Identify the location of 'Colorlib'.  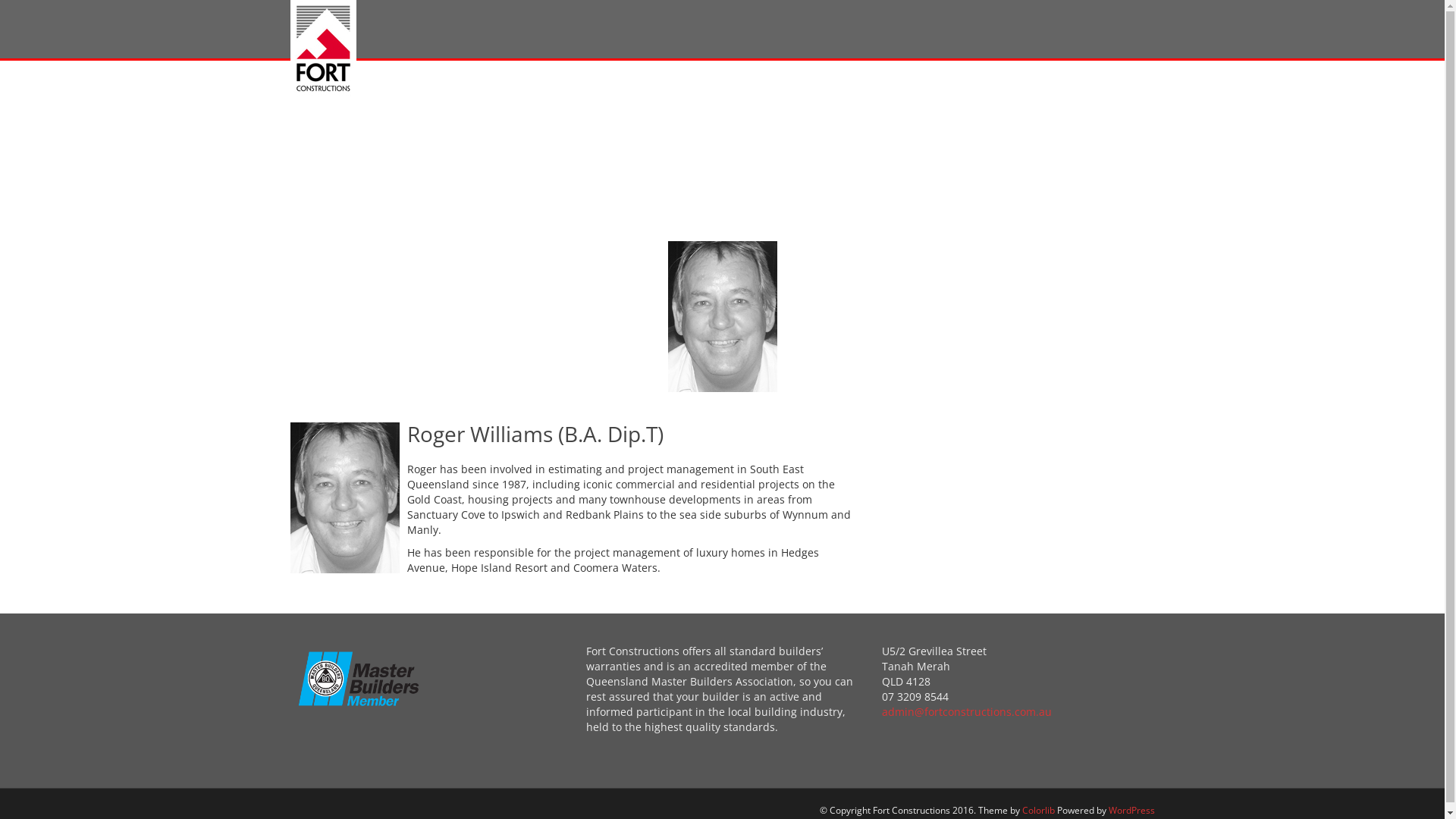
(1037, 809).